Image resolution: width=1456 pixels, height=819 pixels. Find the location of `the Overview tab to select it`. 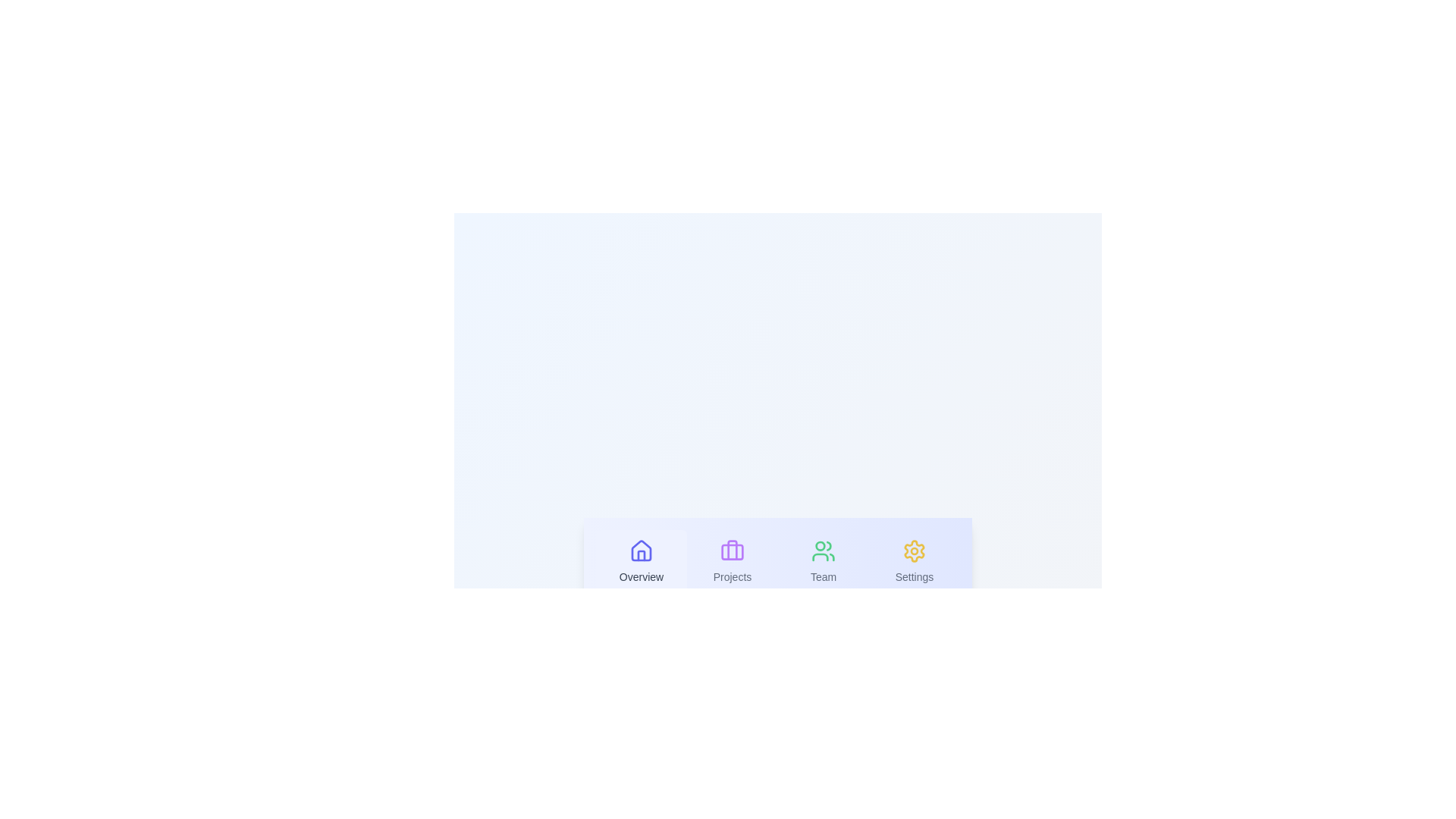

the Overview tab to select it is located at coordinates (641, 563).